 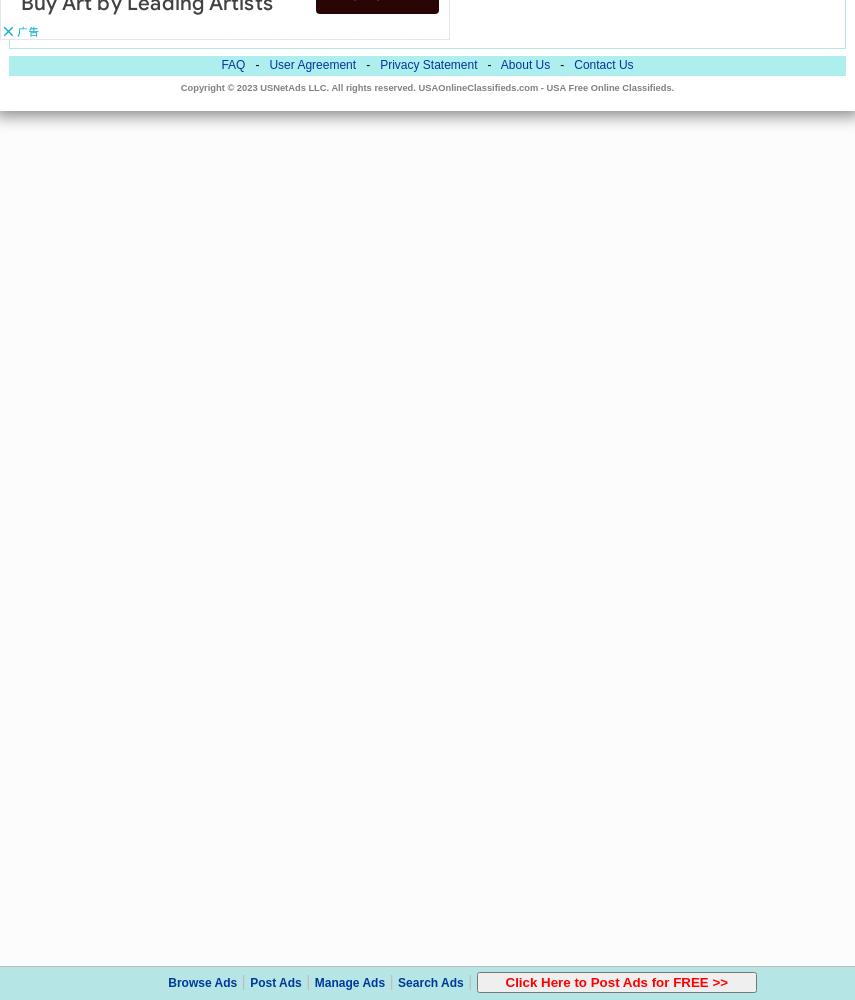 What do you see at coordinates (311, 64) in the screenshot?
I see `'User Agreement'` at bounding box center [311, 64].